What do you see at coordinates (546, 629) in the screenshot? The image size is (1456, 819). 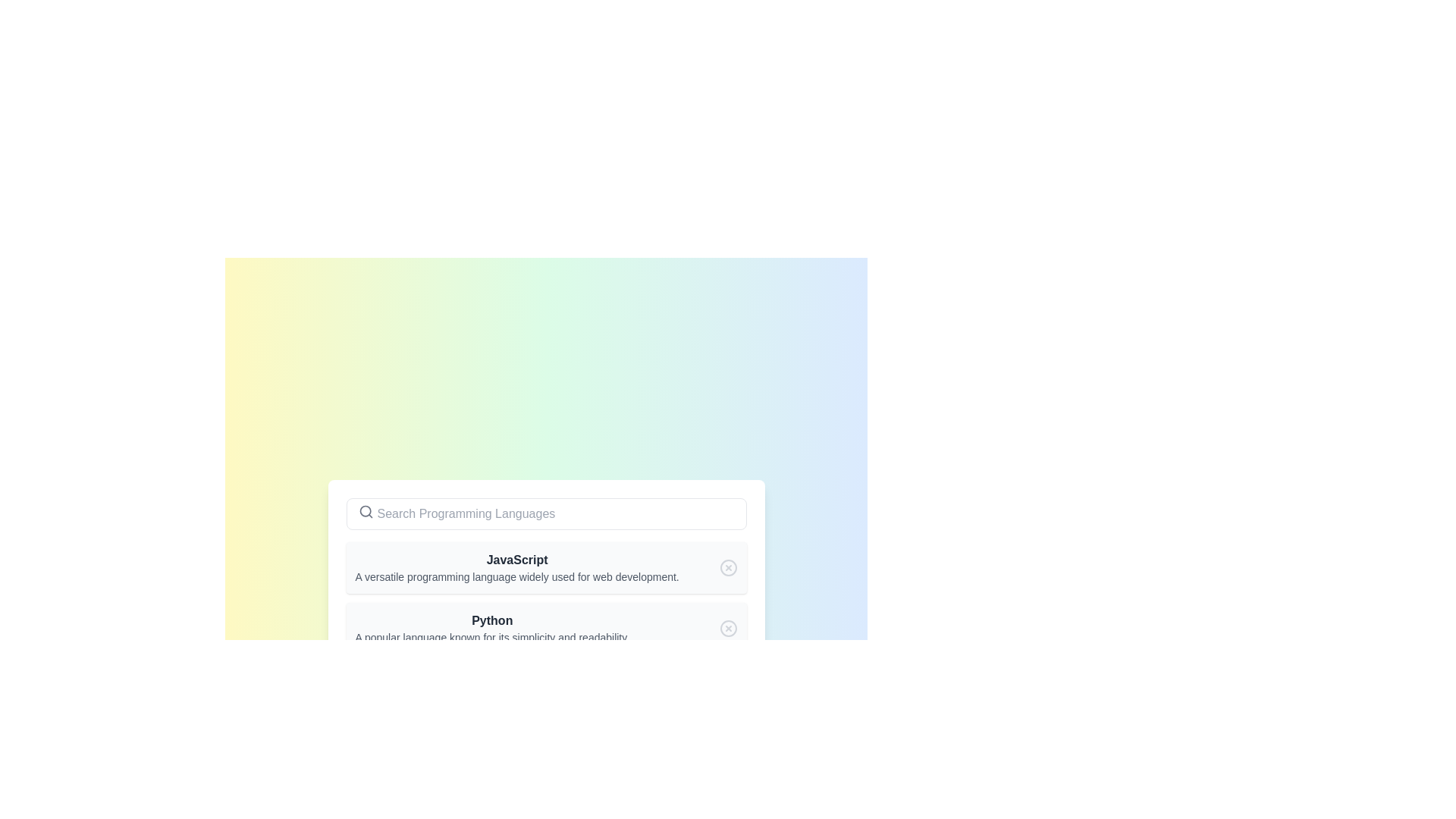 I see `the second list item component displaying information about Python programming language` at bounding box center [546, 629].